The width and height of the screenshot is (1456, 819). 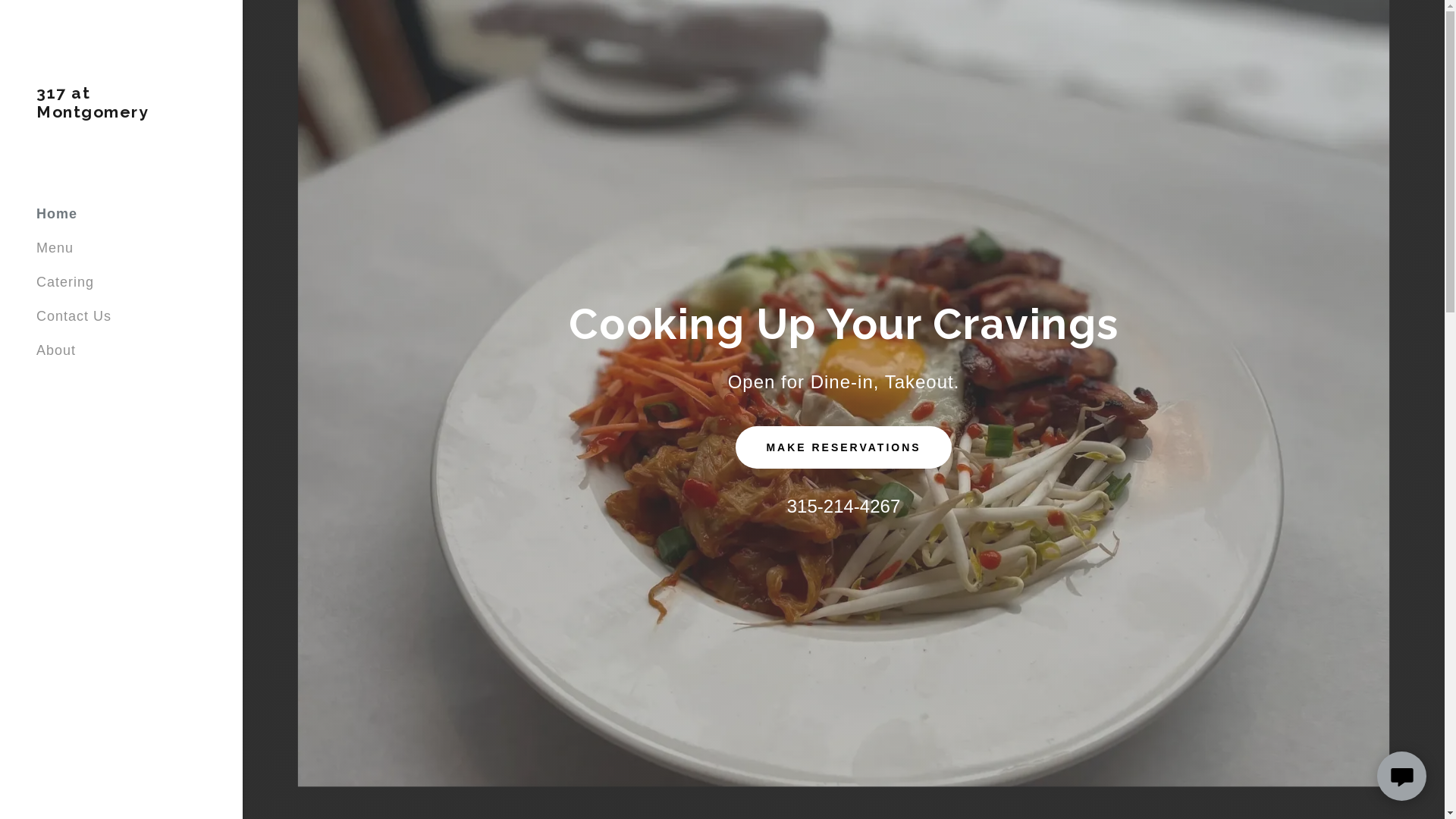 What do you see at coordinates (73, 315) in the screenshot?
I see `'Contact Us'` at bounding box center [73, 315].